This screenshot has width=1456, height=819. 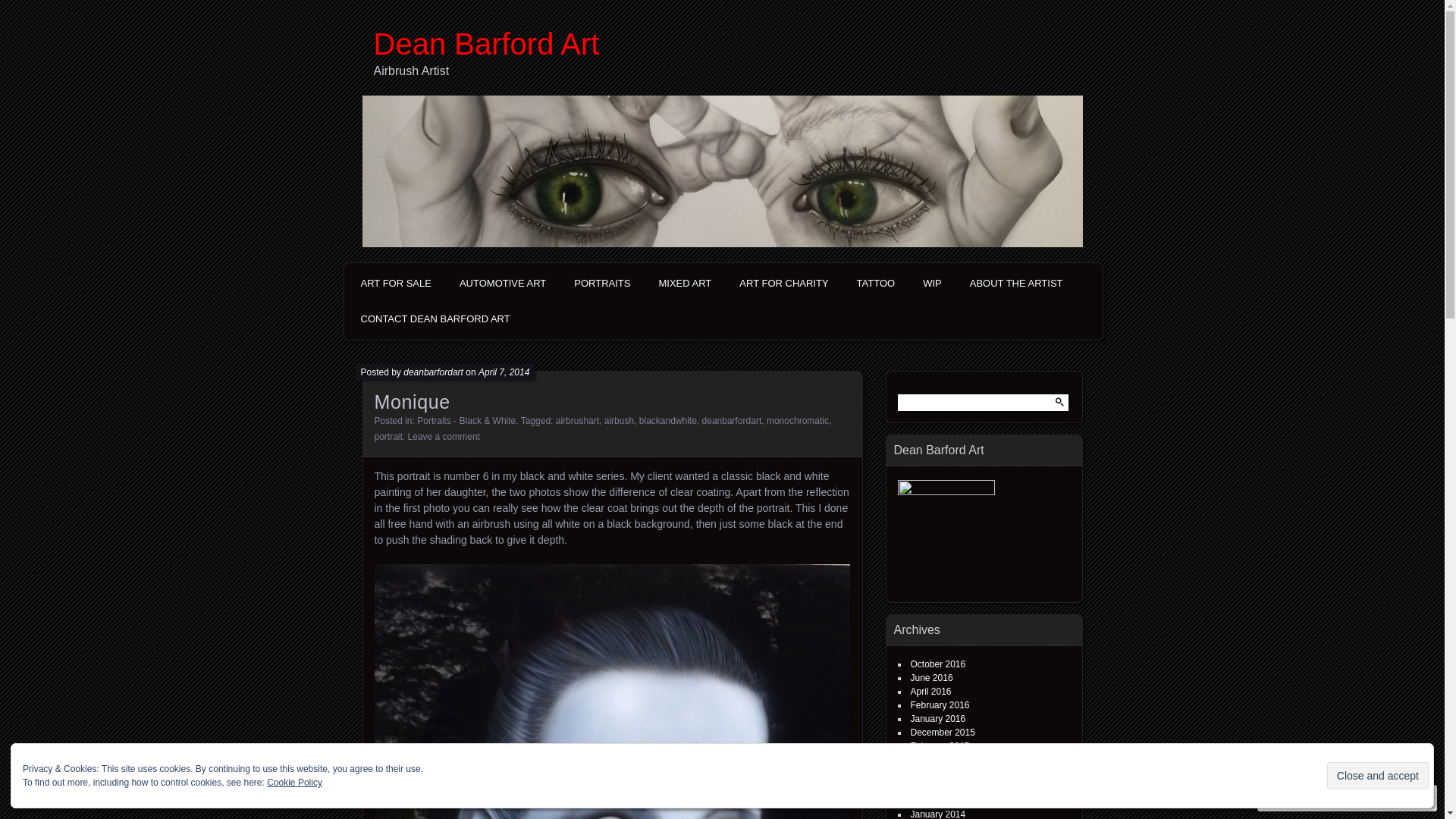 I want to click on 'TATTOO', so click(x=876, y=284).